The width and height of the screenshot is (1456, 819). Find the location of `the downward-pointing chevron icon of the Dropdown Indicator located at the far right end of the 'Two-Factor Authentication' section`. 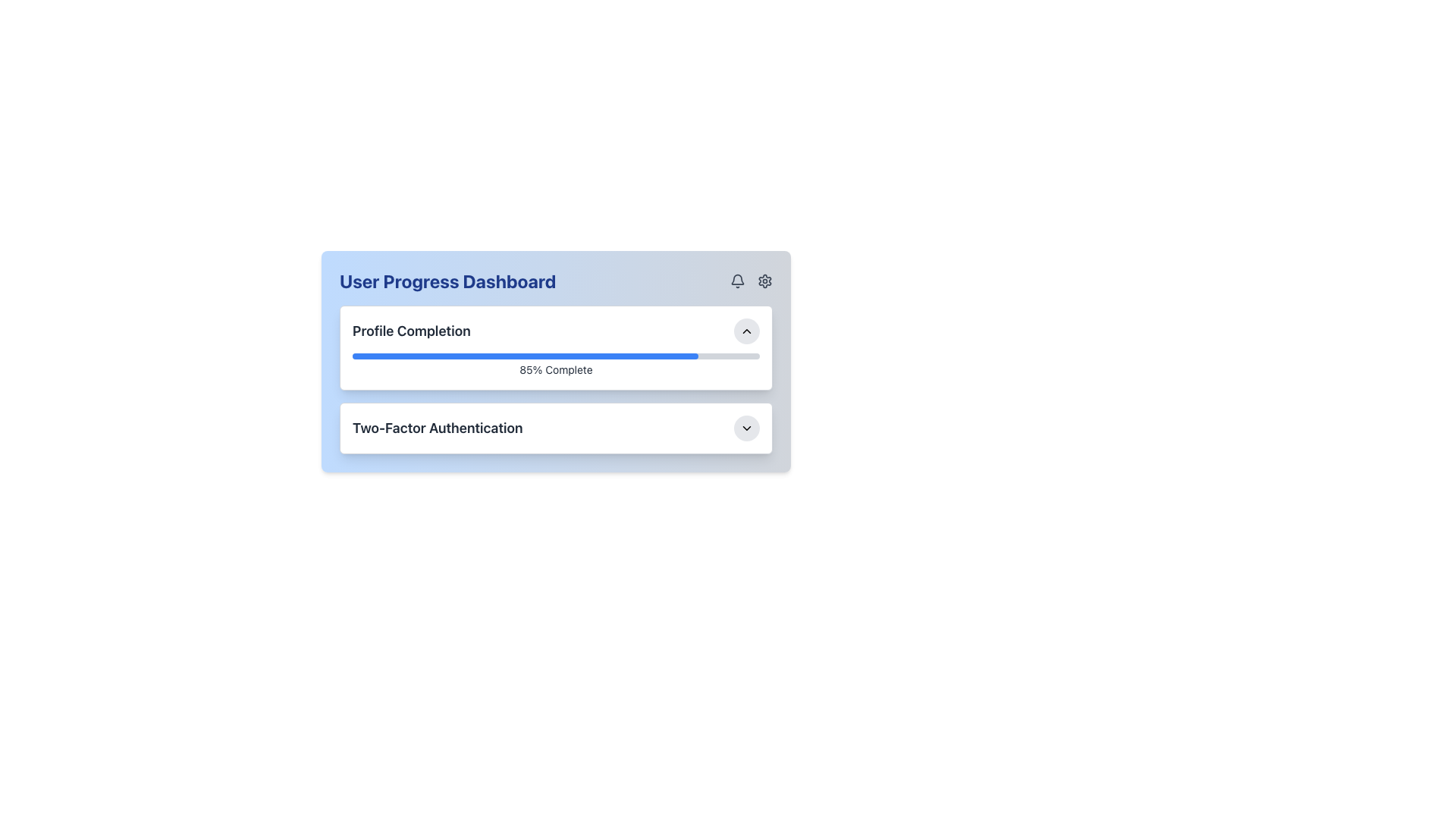

the downward-pointing chevron icon of the Dropdown Indicator located at the far right end of the 'Two-Factor Authentication' section is located at coordinates (746, 428).